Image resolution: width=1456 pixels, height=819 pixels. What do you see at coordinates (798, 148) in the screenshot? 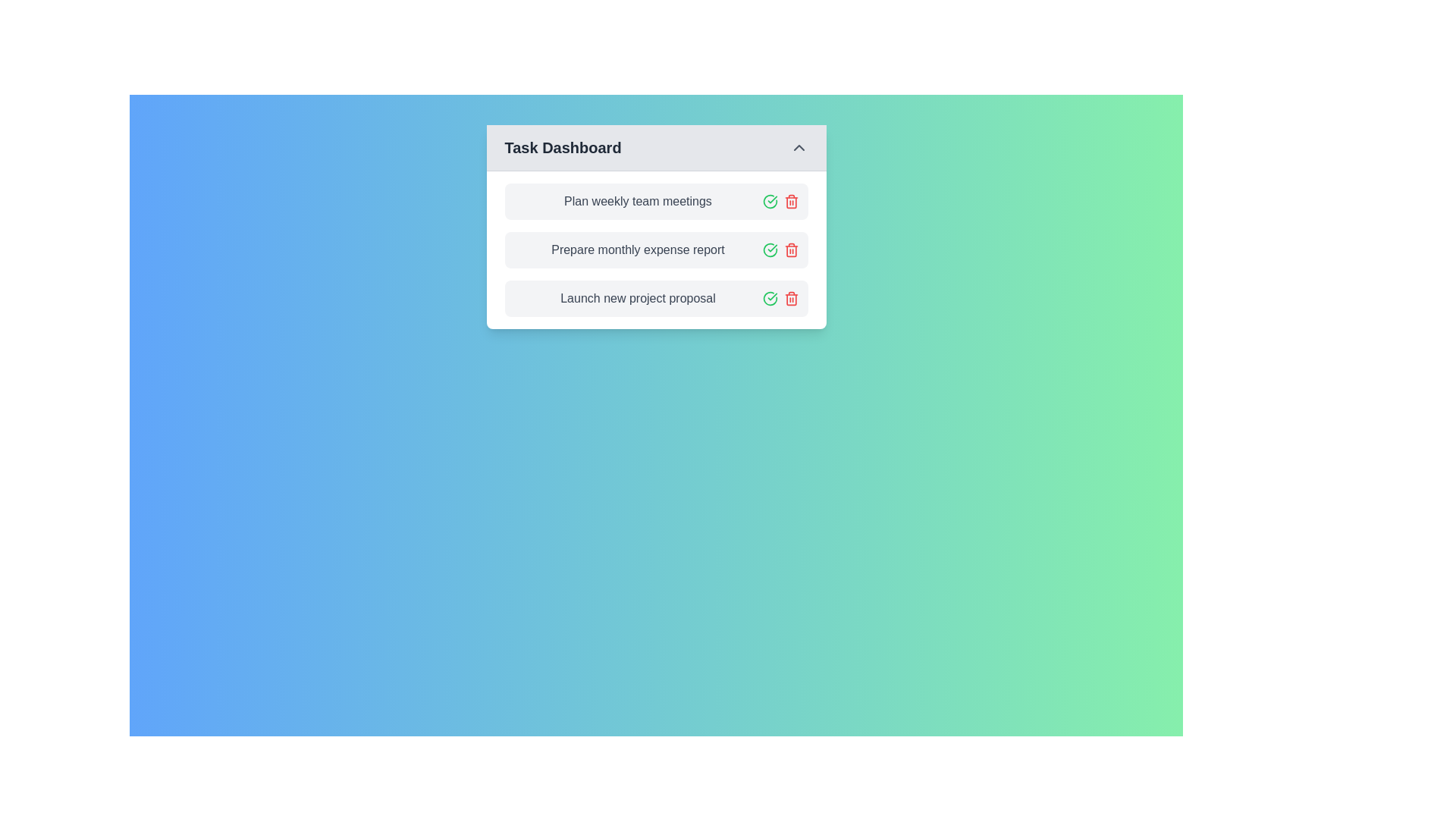
I see `keyboard navigation` at bounding box center [798, 148].